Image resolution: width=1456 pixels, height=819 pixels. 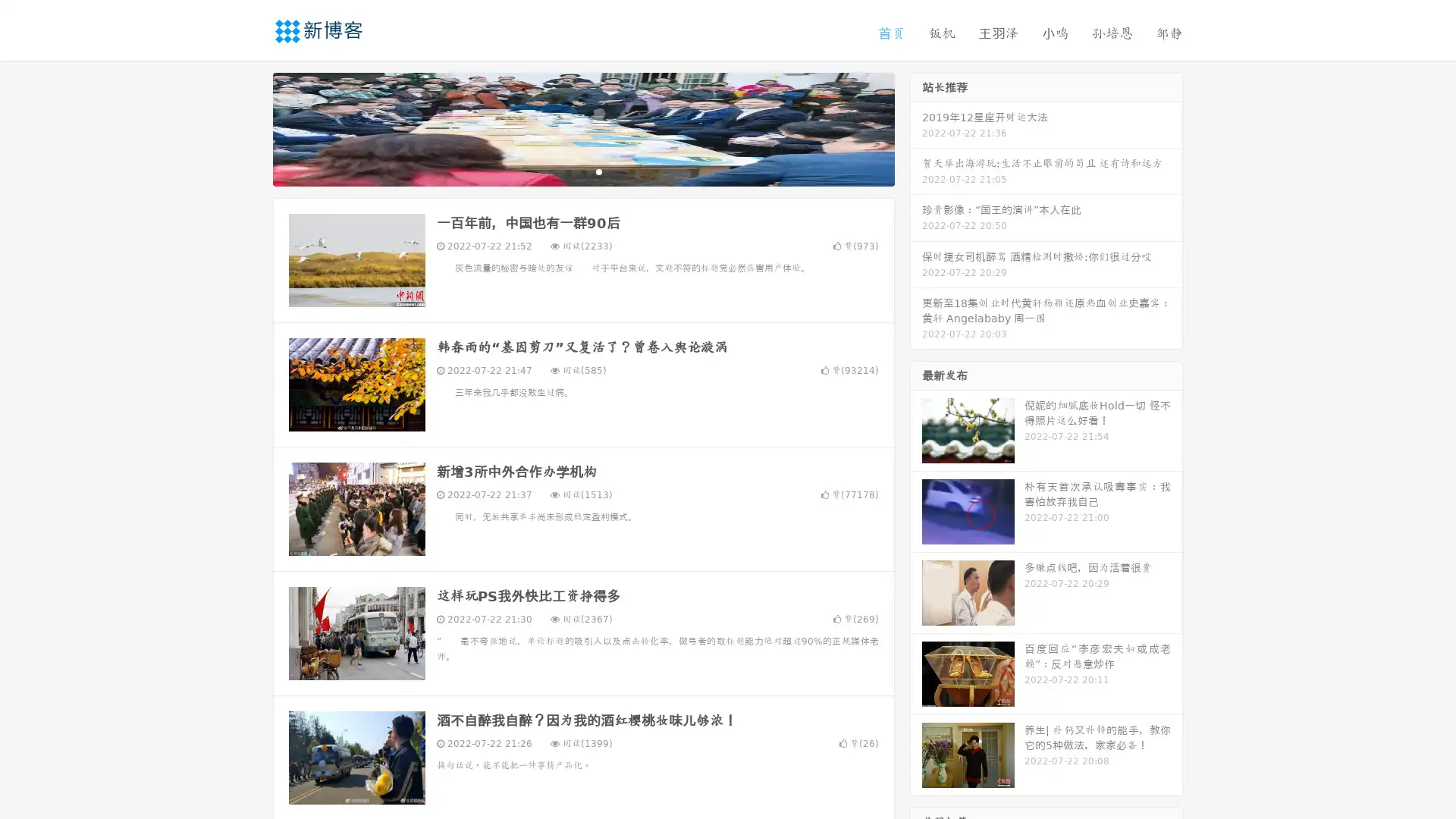 I want to click on Go to slide 3, so click(x=598, y=171).